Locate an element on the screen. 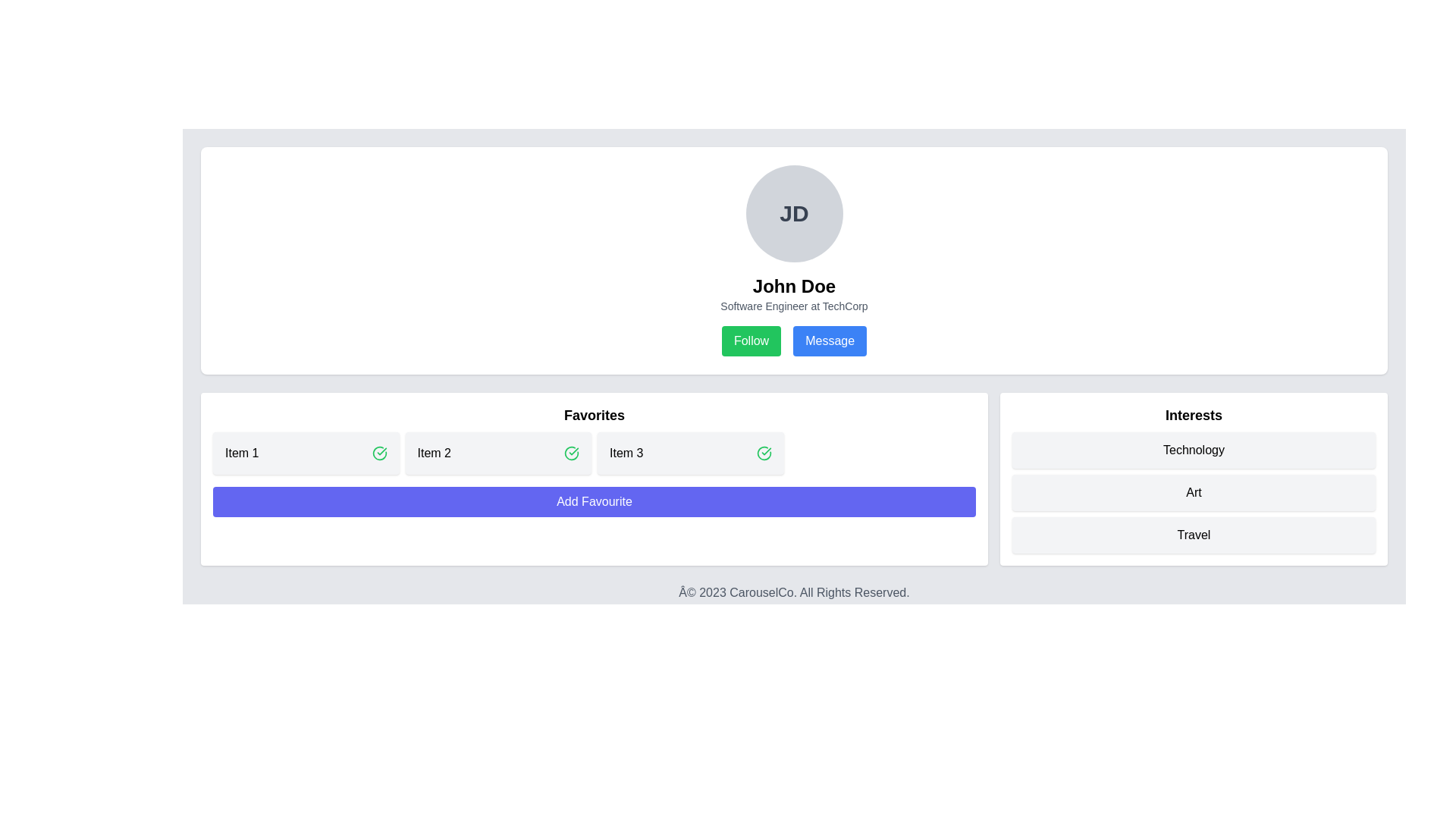  the text label displaying 'Software Engineer at TechCorp', which is located beneath the user's name 'John Doe' is located at coordinates (793, 306).